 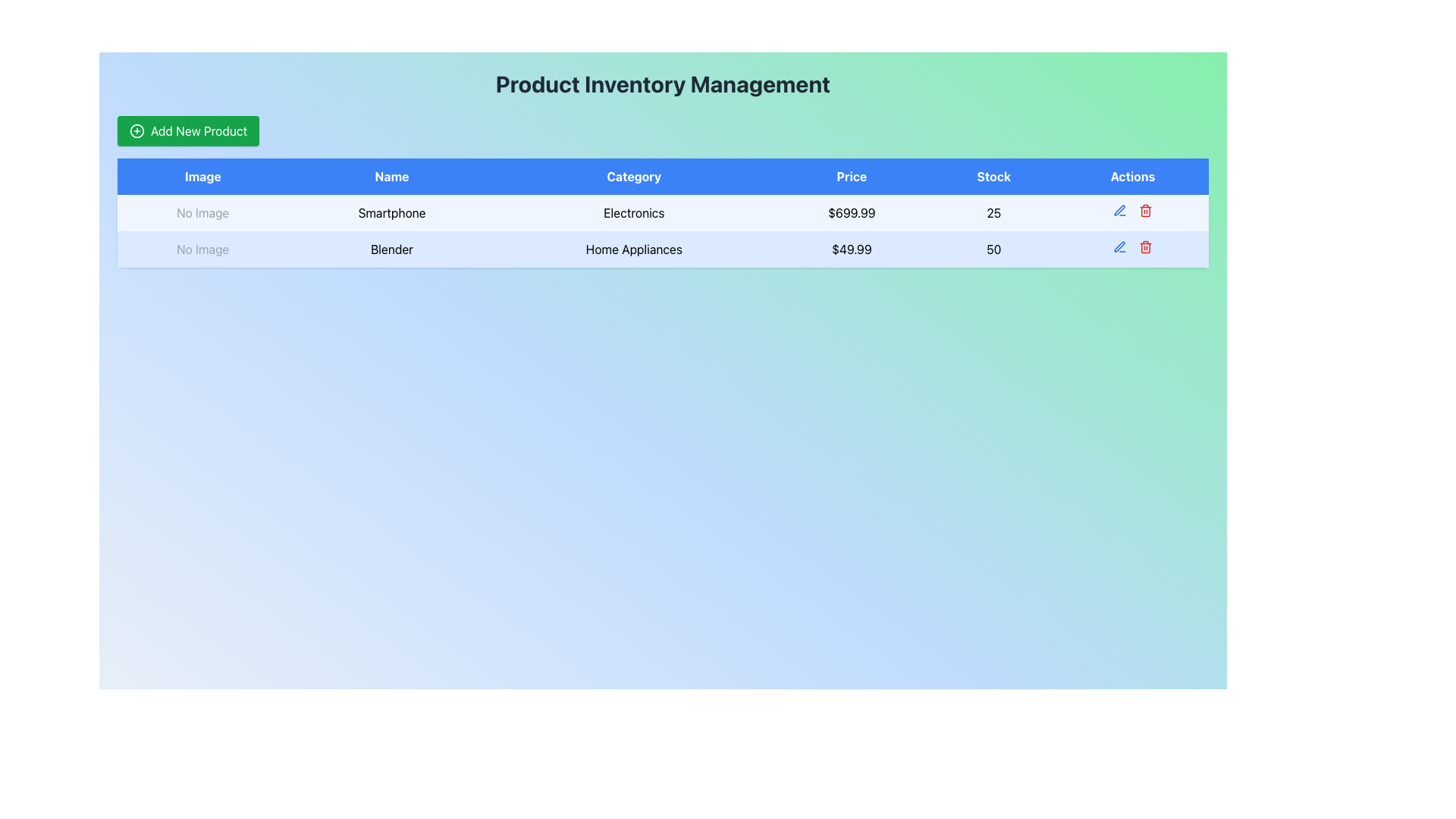 What do you see at coordinates (202, 175) in the screenshot?
I see `the rectangular blue button labeled 'Image' which is the first column header in the list of headers` at bounding box center [202, 175].